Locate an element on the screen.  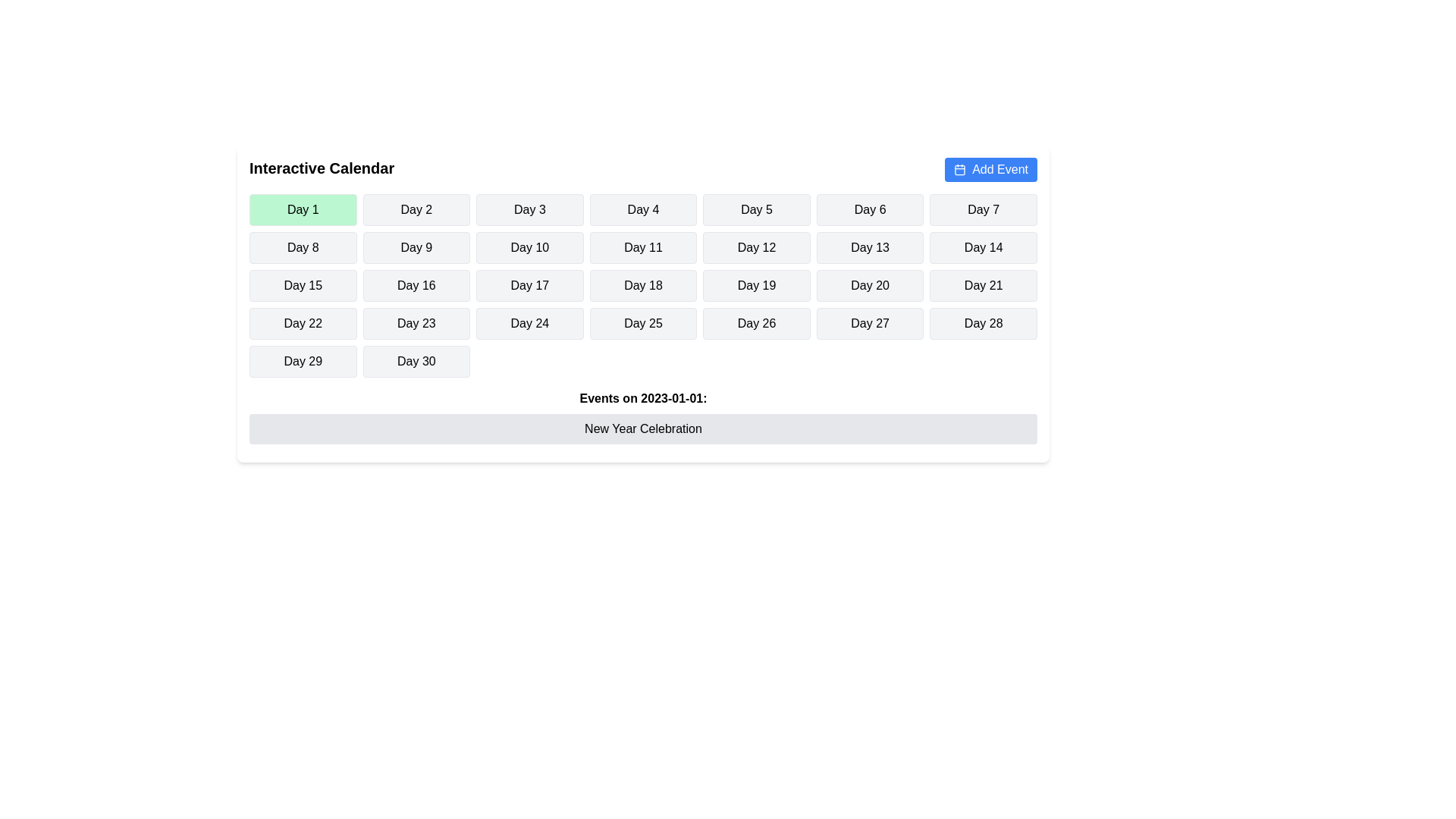
the small calendar icon located in the top-right corner of the calendar interface is located at coordinates (959, 169).